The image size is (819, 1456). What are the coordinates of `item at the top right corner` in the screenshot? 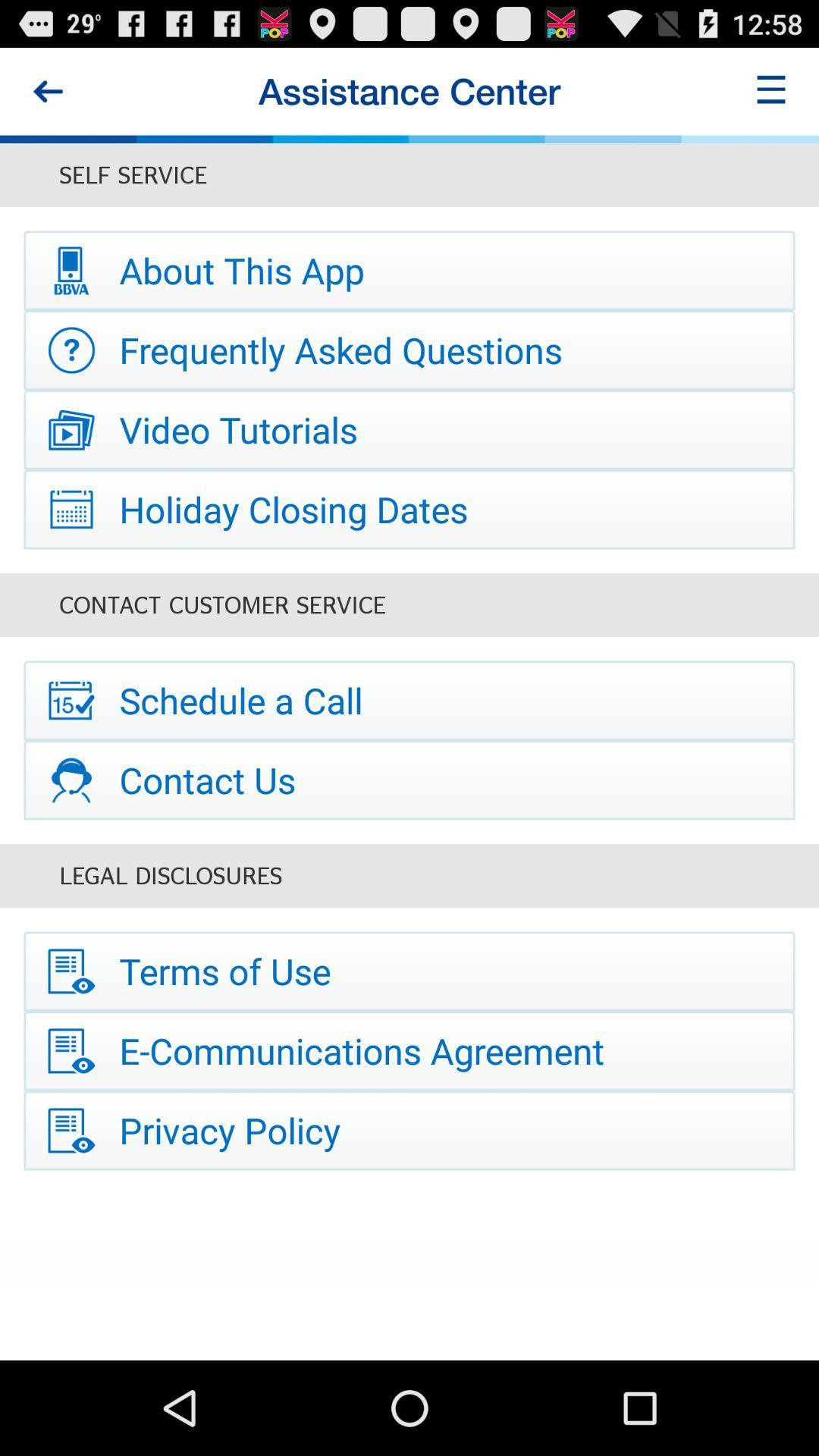 It's located at (771, 90).